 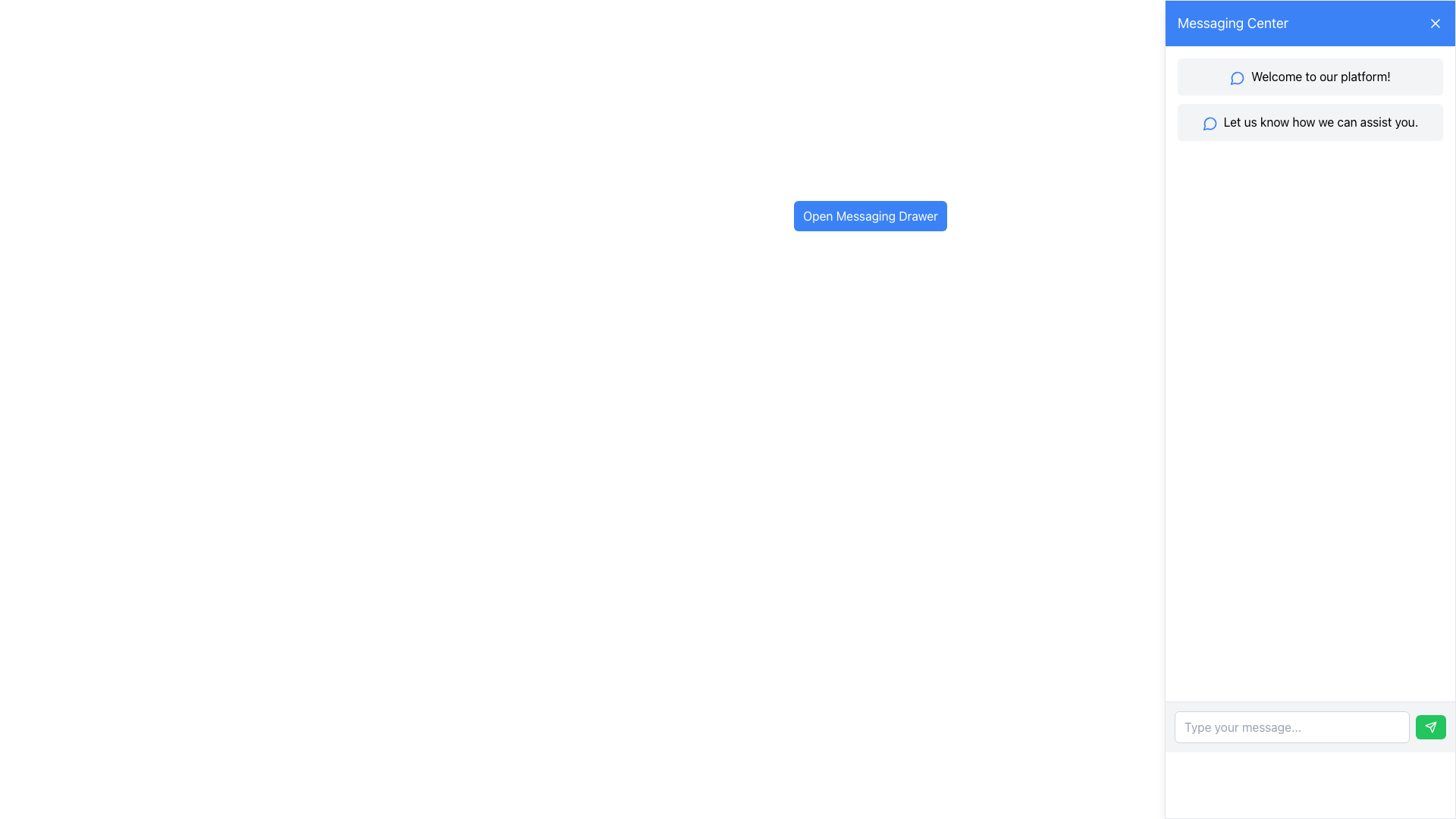 What do you see at coordinates (1238, 77) in the screenshot?
I see `the messaging icon located within the 'Messaging Center' panel, positioned to the left of the text 'Welcome to our platform!'` at bounding box center [1238, 77].